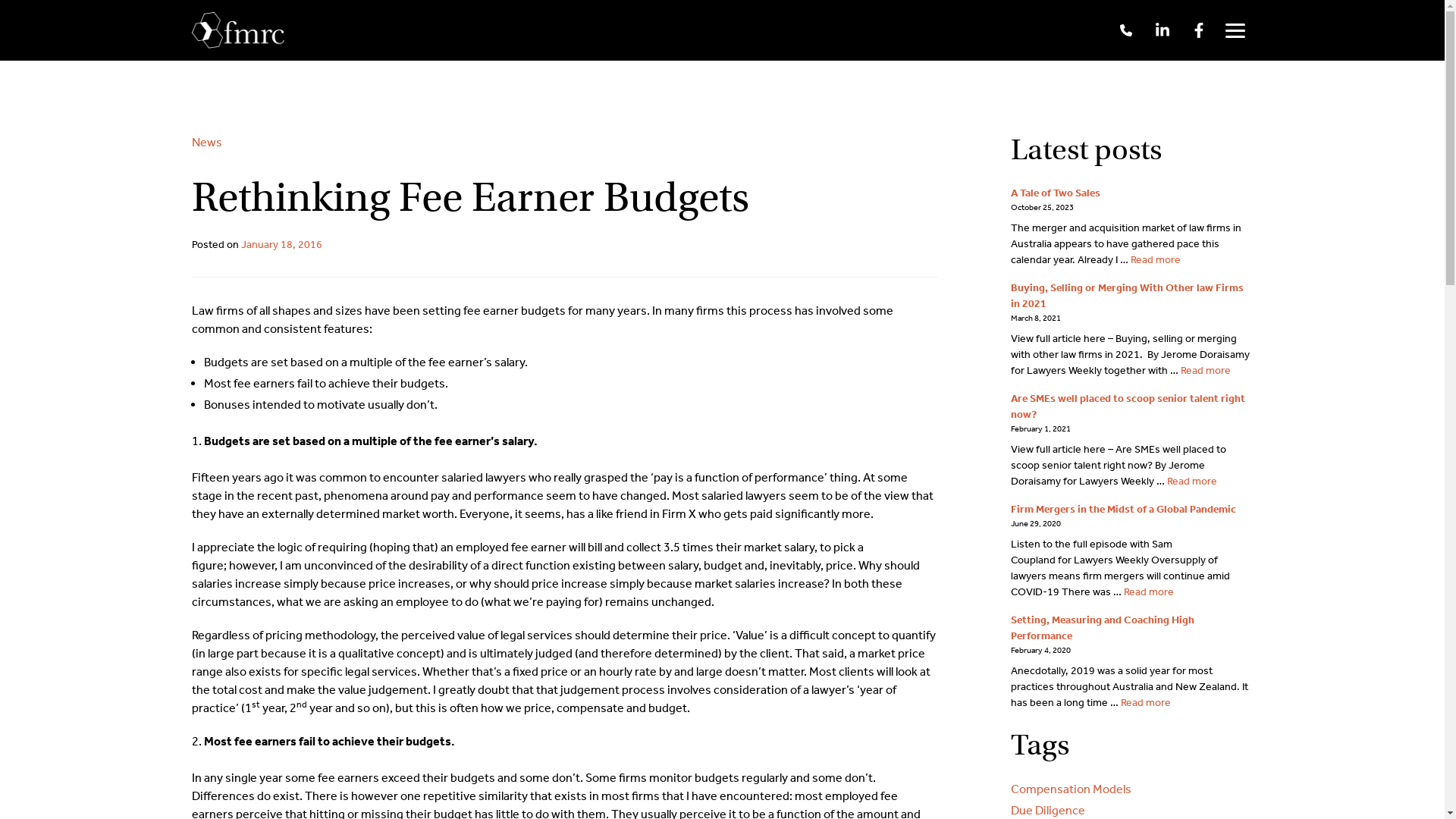 The width and height of the screenshot is (1456, 819). What do you see at coordinates (281, 243) in the screenshot?
I see `'January 18, 2016'` at bounding box center [281, 243].